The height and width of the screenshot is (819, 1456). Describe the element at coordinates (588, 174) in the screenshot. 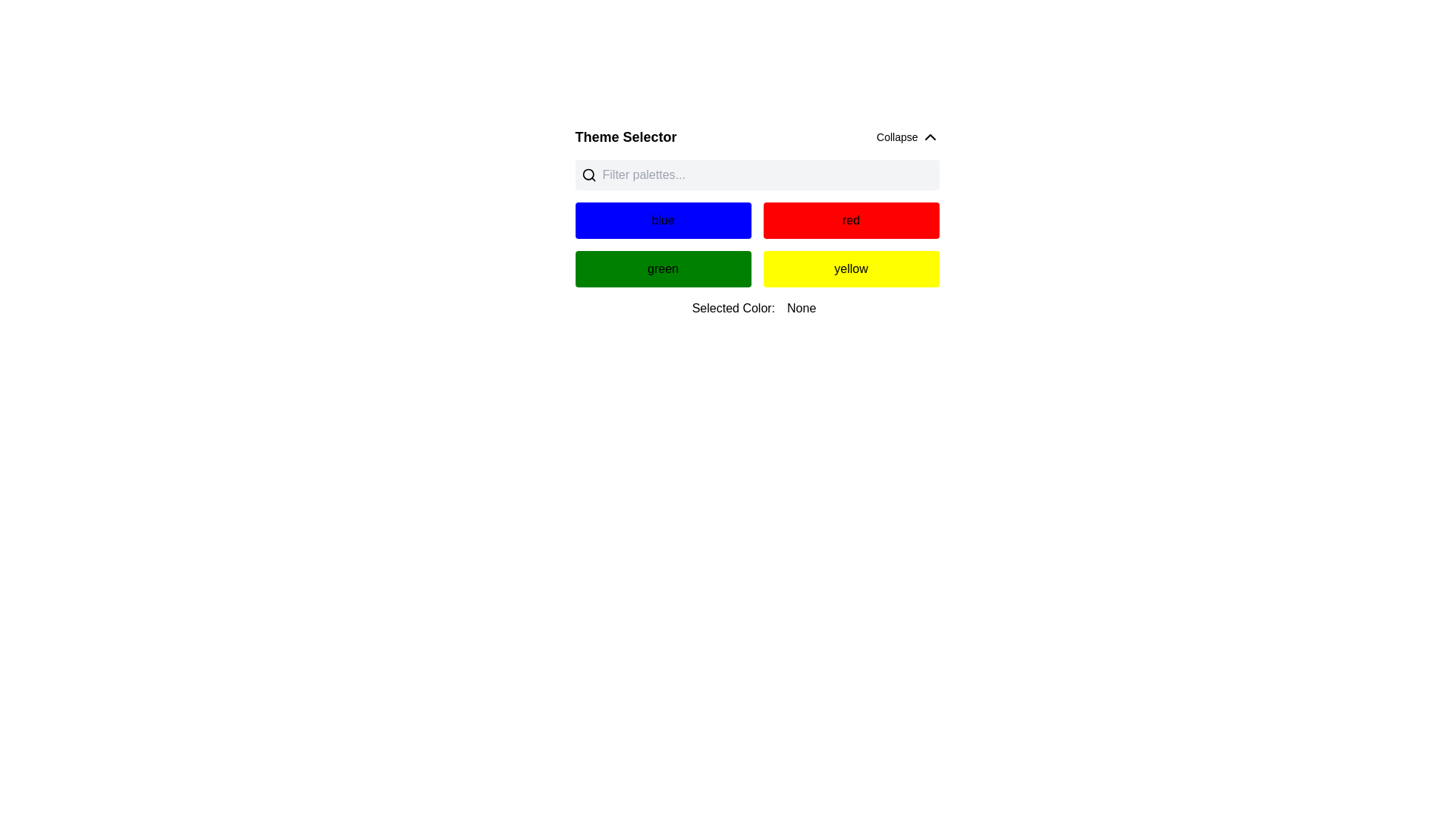

I see `magnifying glass icon, which is styled with a grey stroke and located to the left of the input box labeled 'Filter palettes...'` at that location.